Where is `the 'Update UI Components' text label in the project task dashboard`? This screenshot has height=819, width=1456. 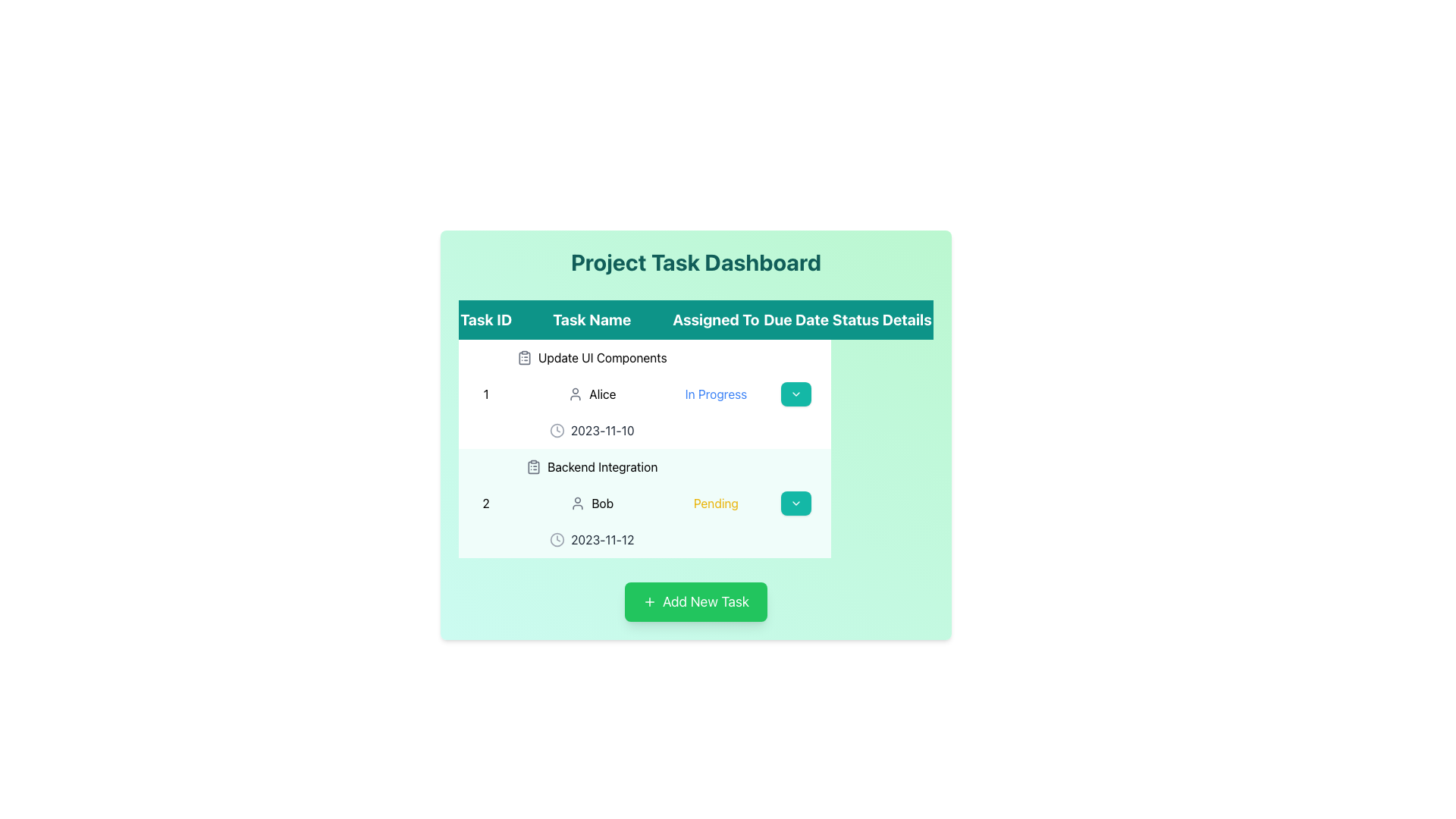
the 'Update UI Components' text label in the project task dashboard is located at coordinates (591, 357).